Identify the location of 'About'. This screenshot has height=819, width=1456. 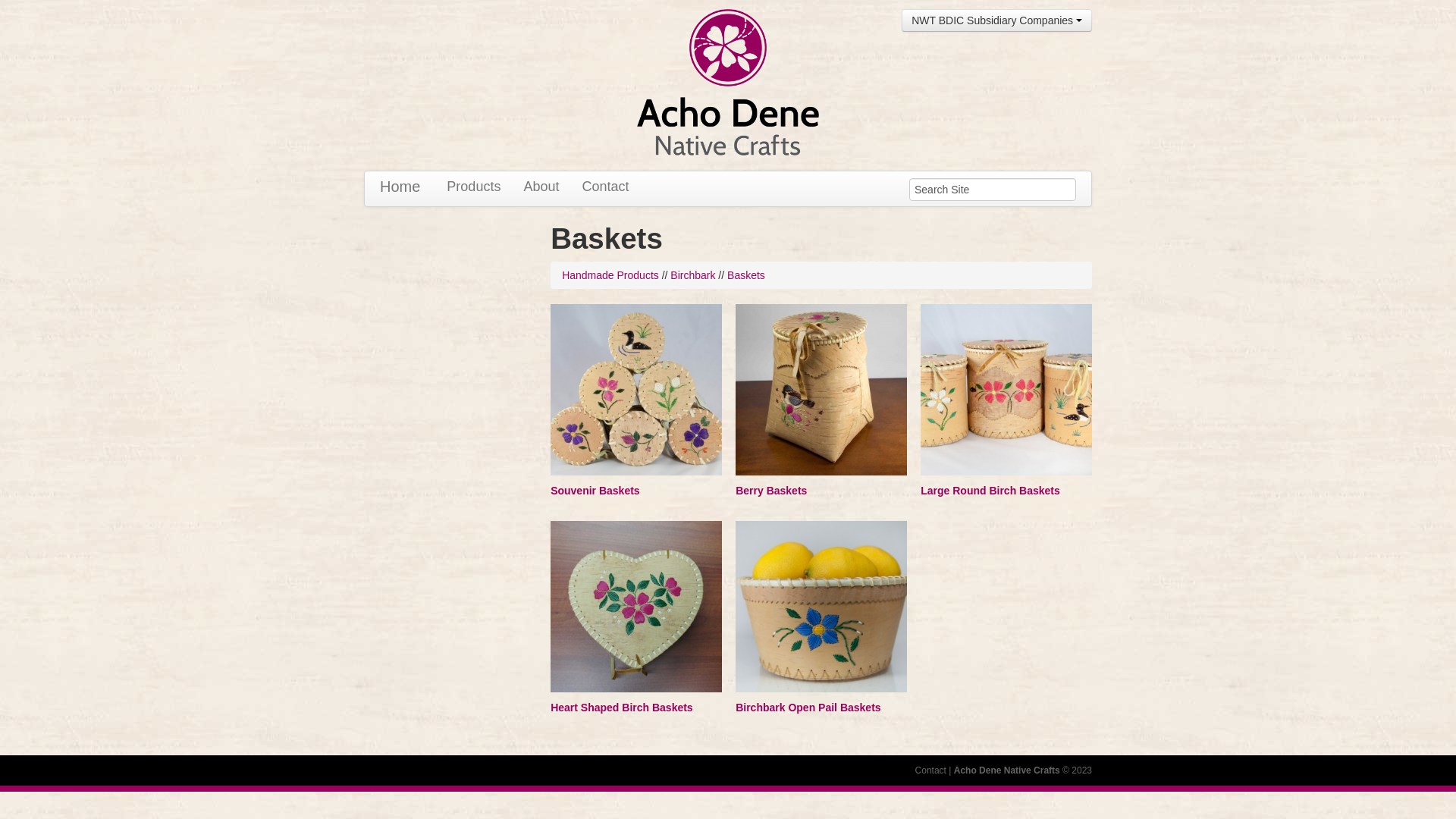
(541, 186).